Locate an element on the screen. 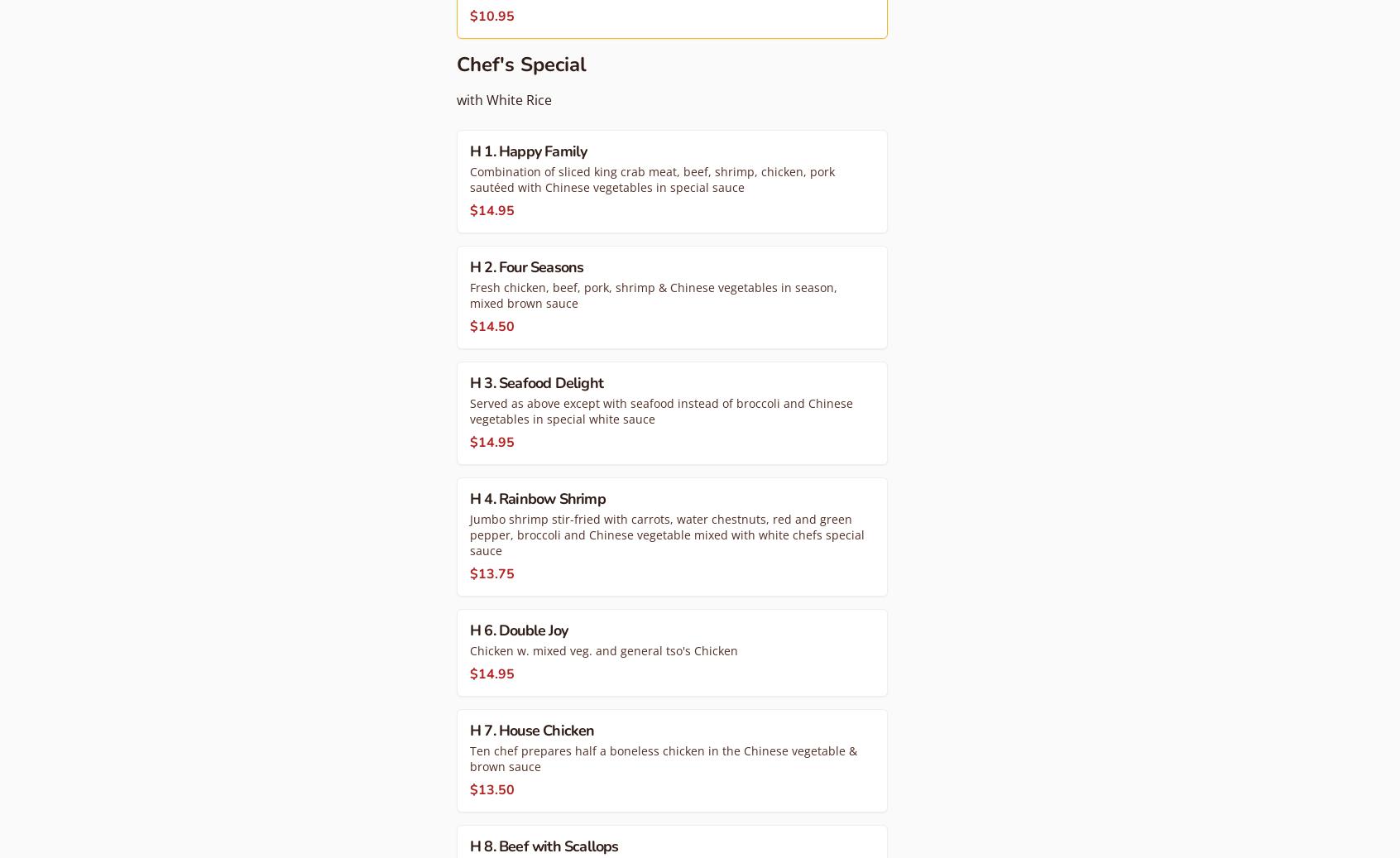  'H 1. Happy Family' is located at coordinates (469, 149).